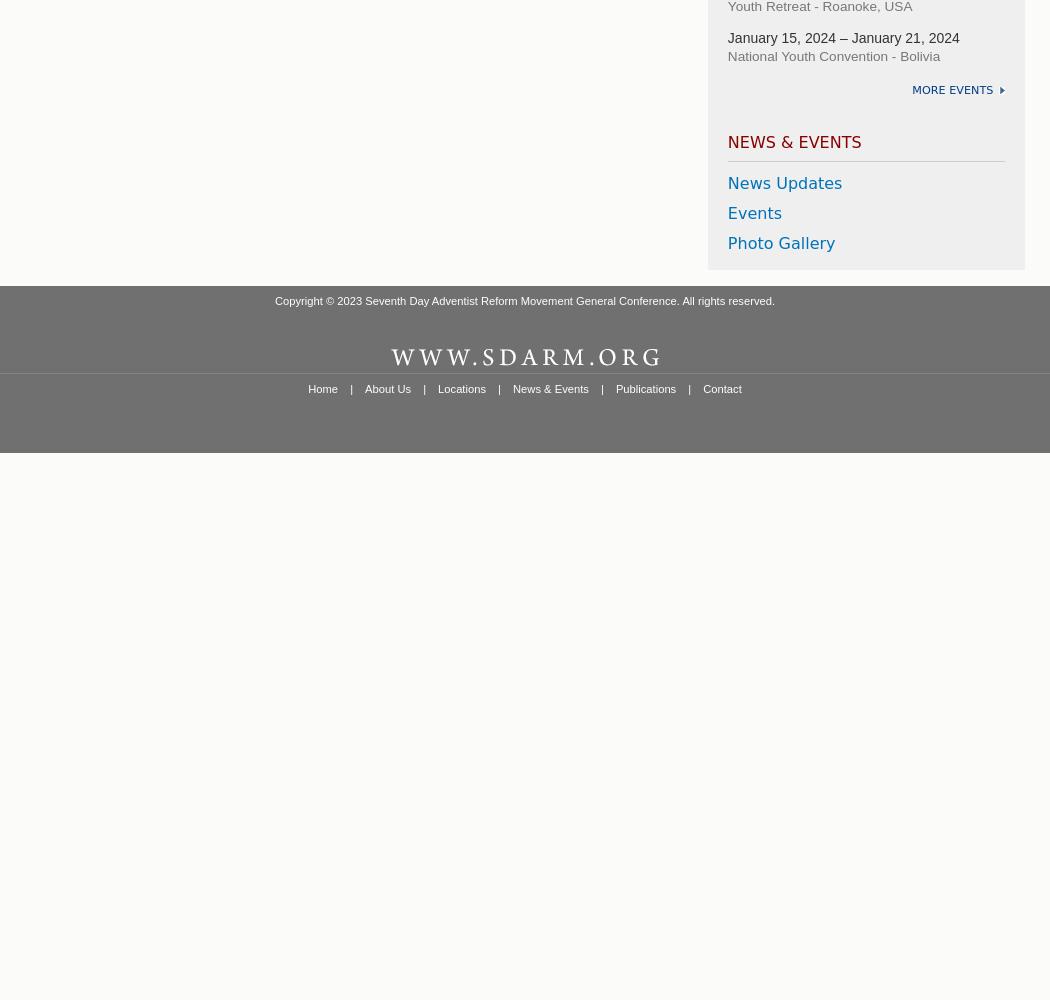 The width and height of the screenshot is (1050, 1000). I want to click on 'Photo Gallery', so click(780, 242).